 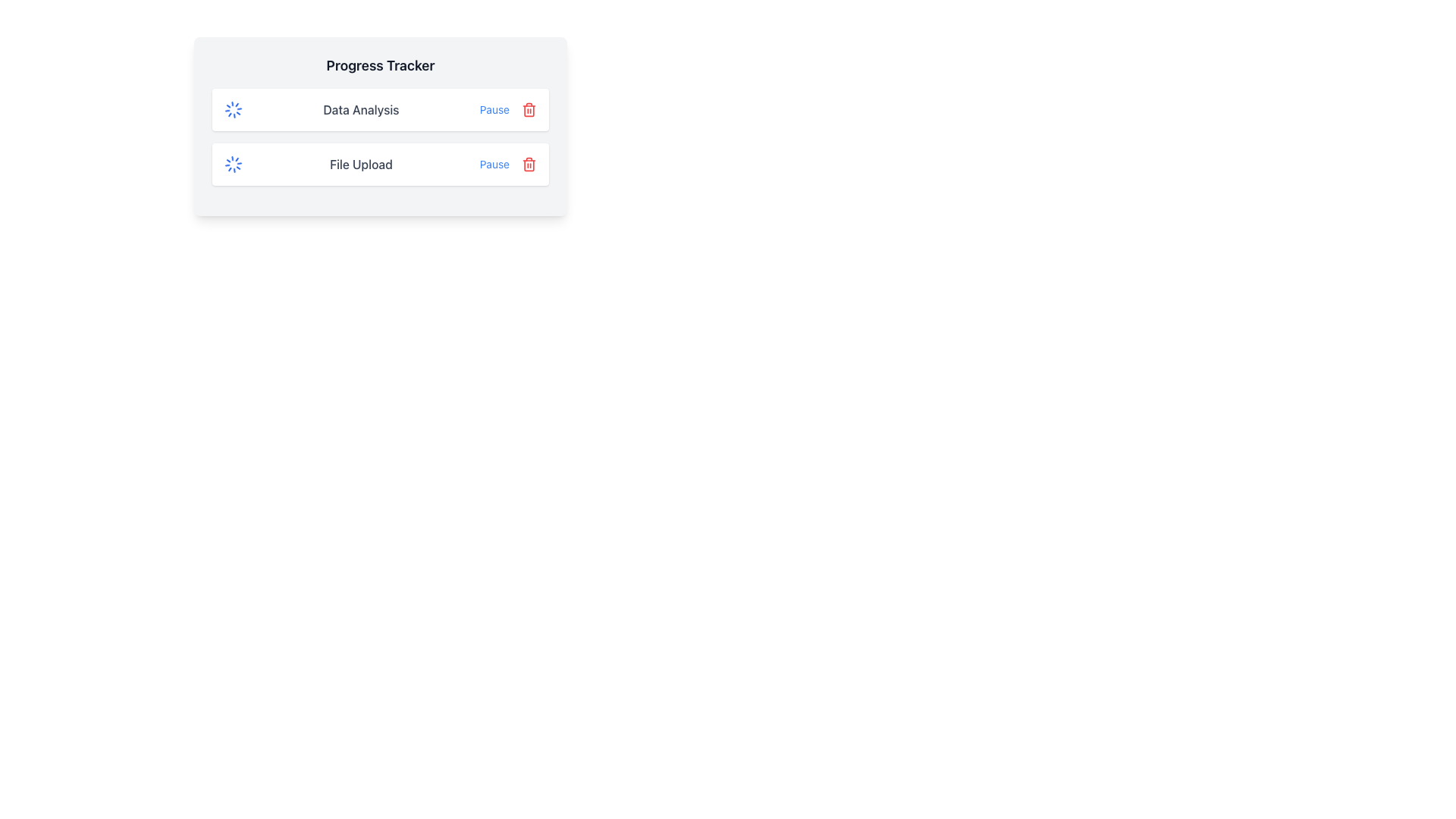 I want to click on the blue, underlined text label reading 'Pause', so click(x=494, y=164).